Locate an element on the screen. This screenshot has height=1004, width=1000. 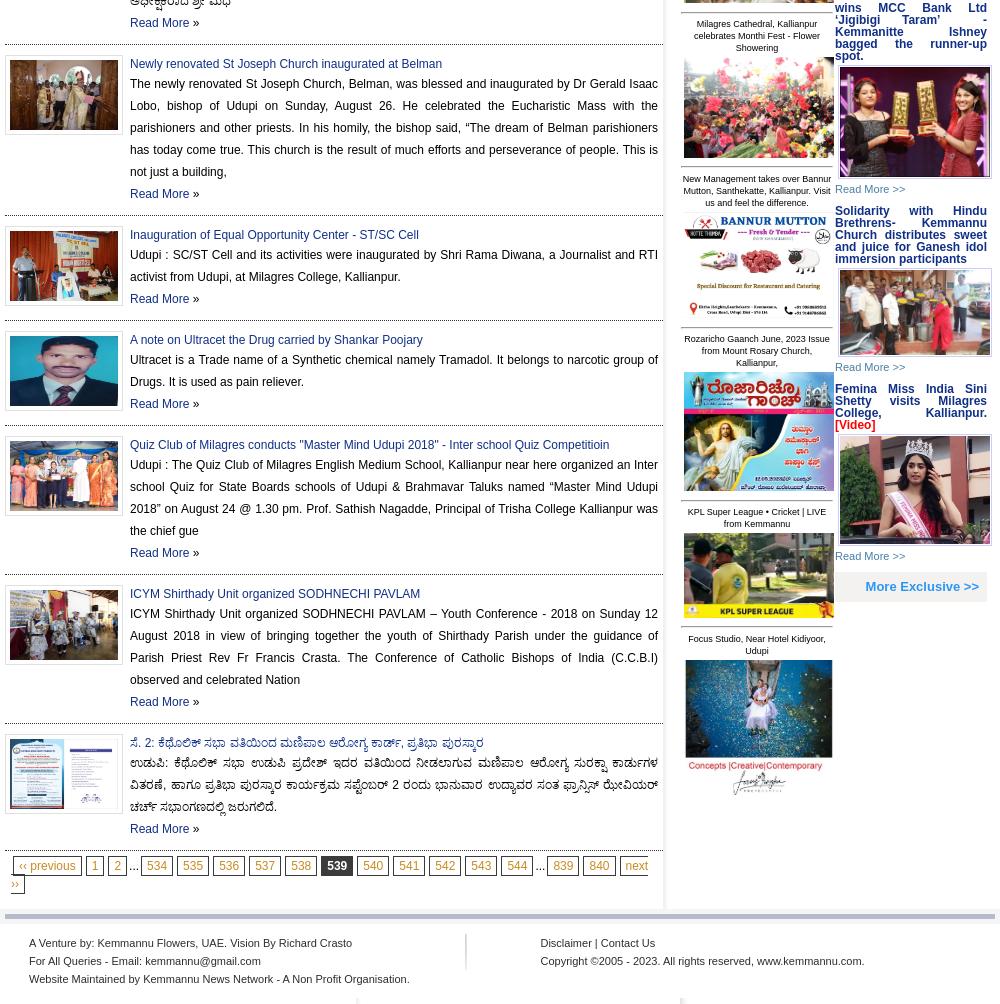
'537' is located at coordinates (255, 865).